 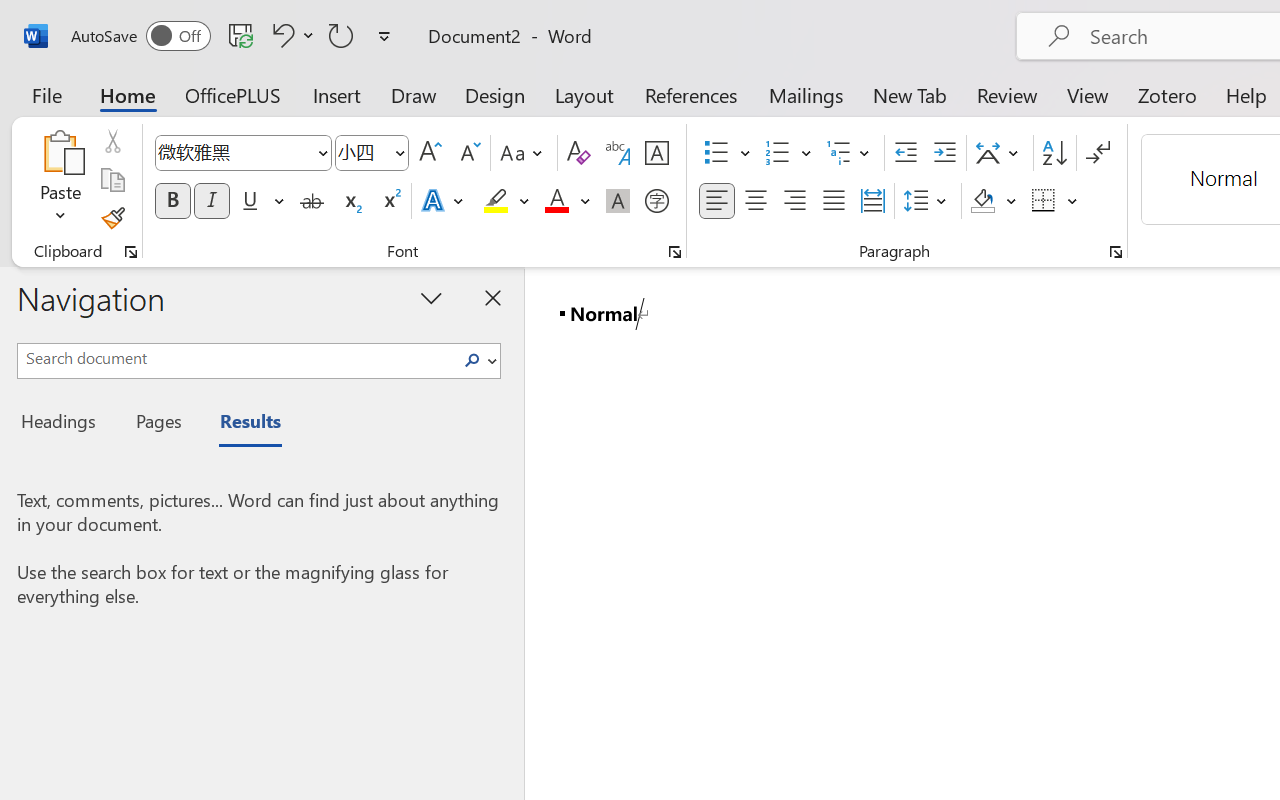 I want to click on 'View', so click(x=1087, y=94).